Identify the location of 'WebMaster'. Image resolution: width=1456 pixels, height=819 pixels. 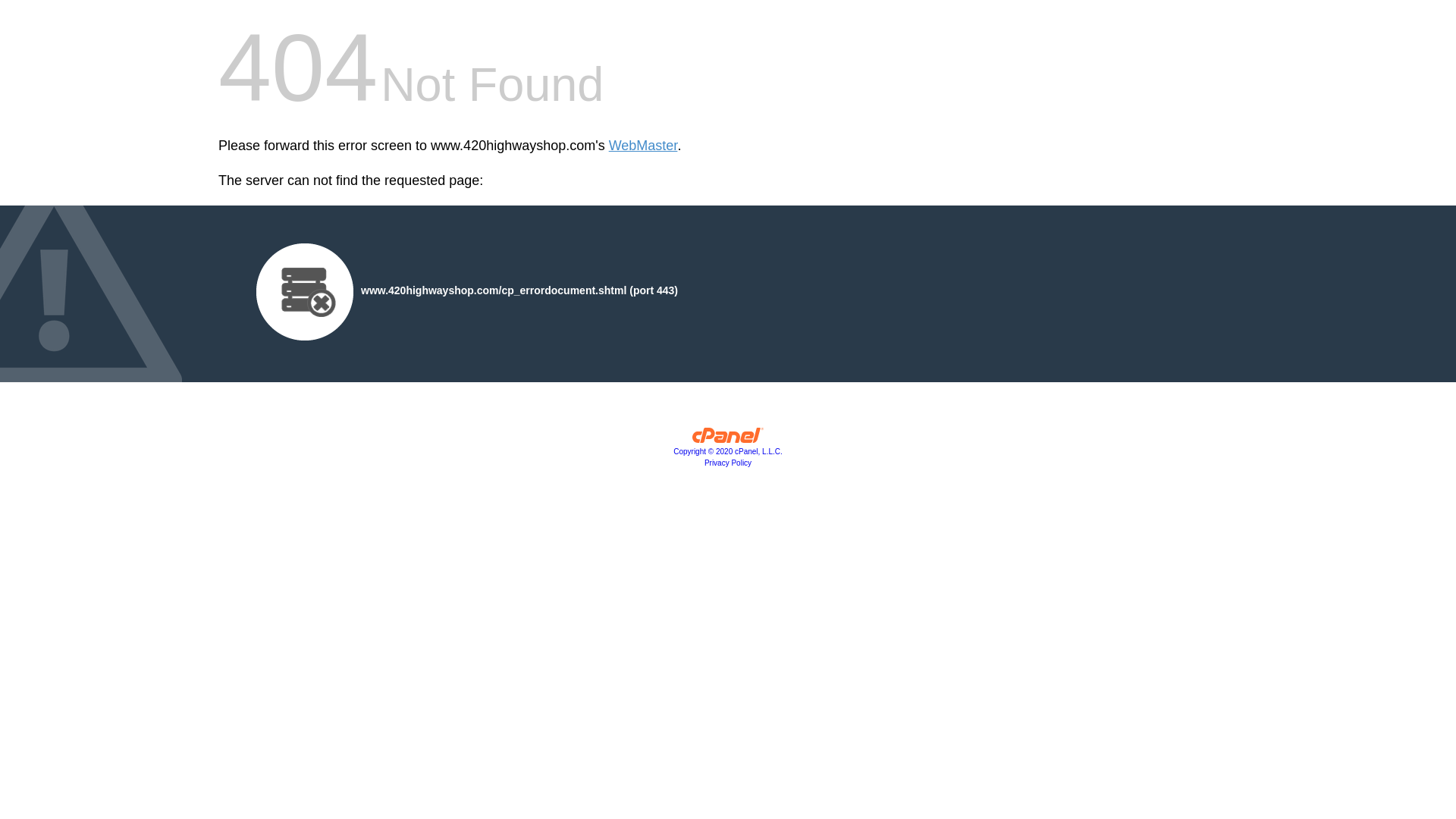
(643, 146).